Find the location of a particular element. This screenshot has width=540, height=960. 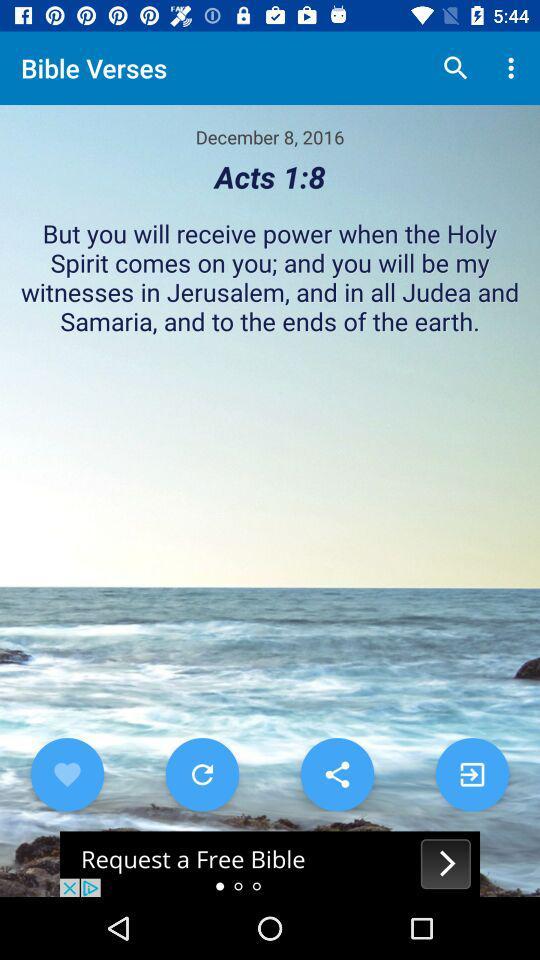

load the next page is located at coordinates (472, 773).